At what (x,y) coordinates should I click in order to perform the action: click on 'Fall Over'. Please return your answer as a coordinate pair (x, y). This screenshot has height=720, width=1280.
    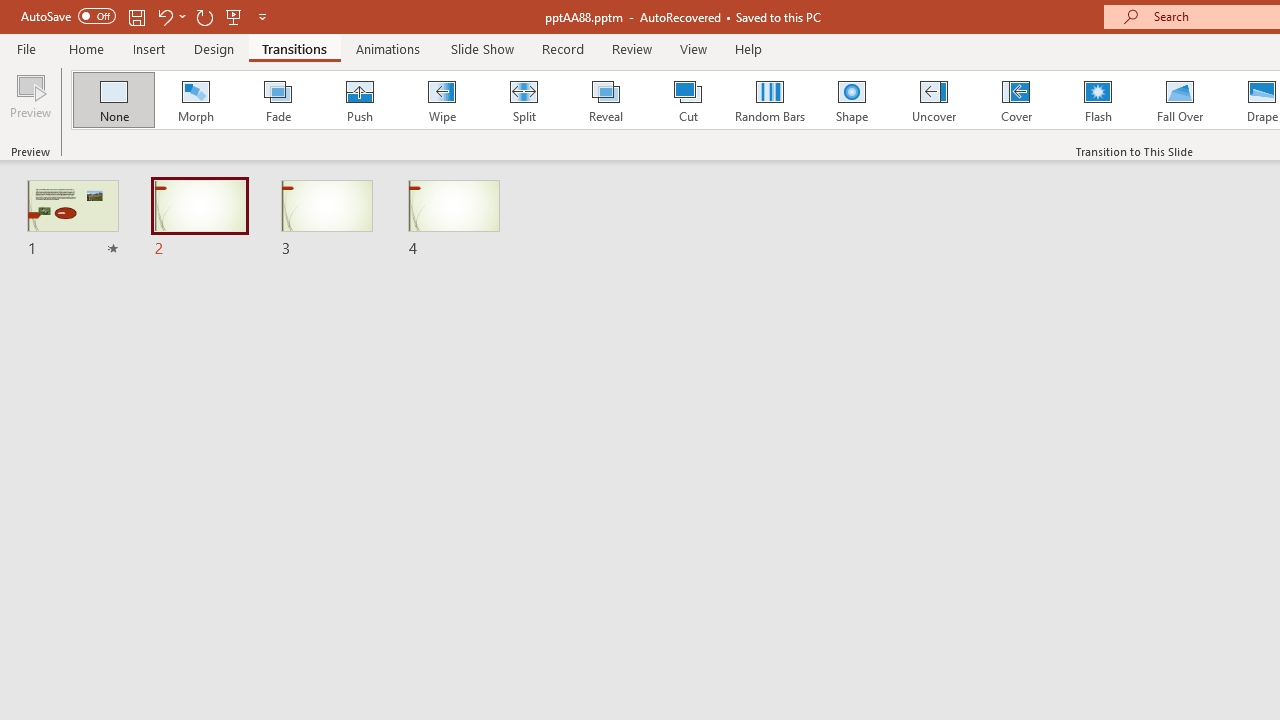
    Looking at the image, I should click on (1180, 100).